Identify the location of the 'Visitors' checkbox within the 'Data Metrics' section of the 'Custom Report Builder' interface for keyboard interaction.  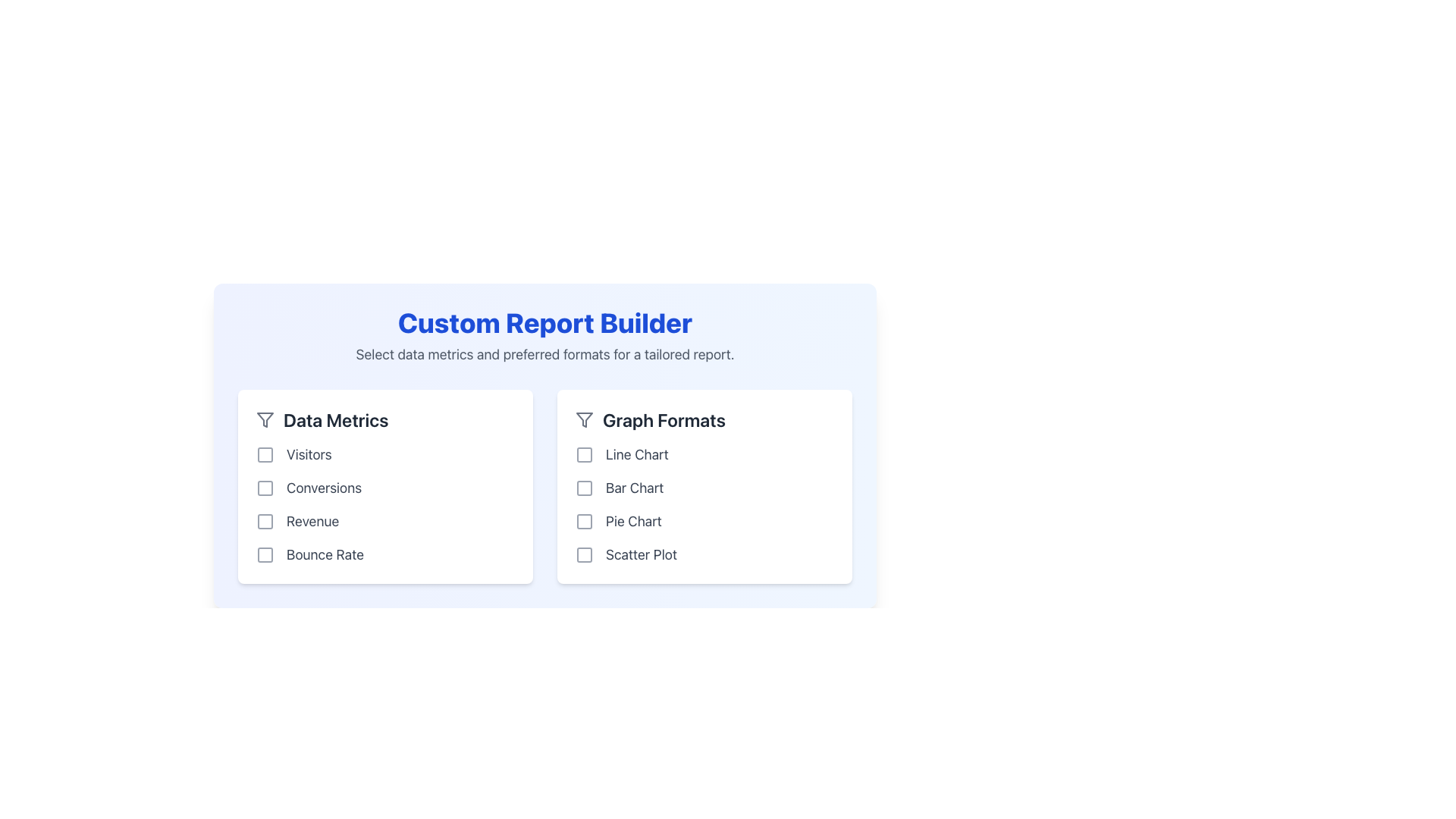
(265, 454).